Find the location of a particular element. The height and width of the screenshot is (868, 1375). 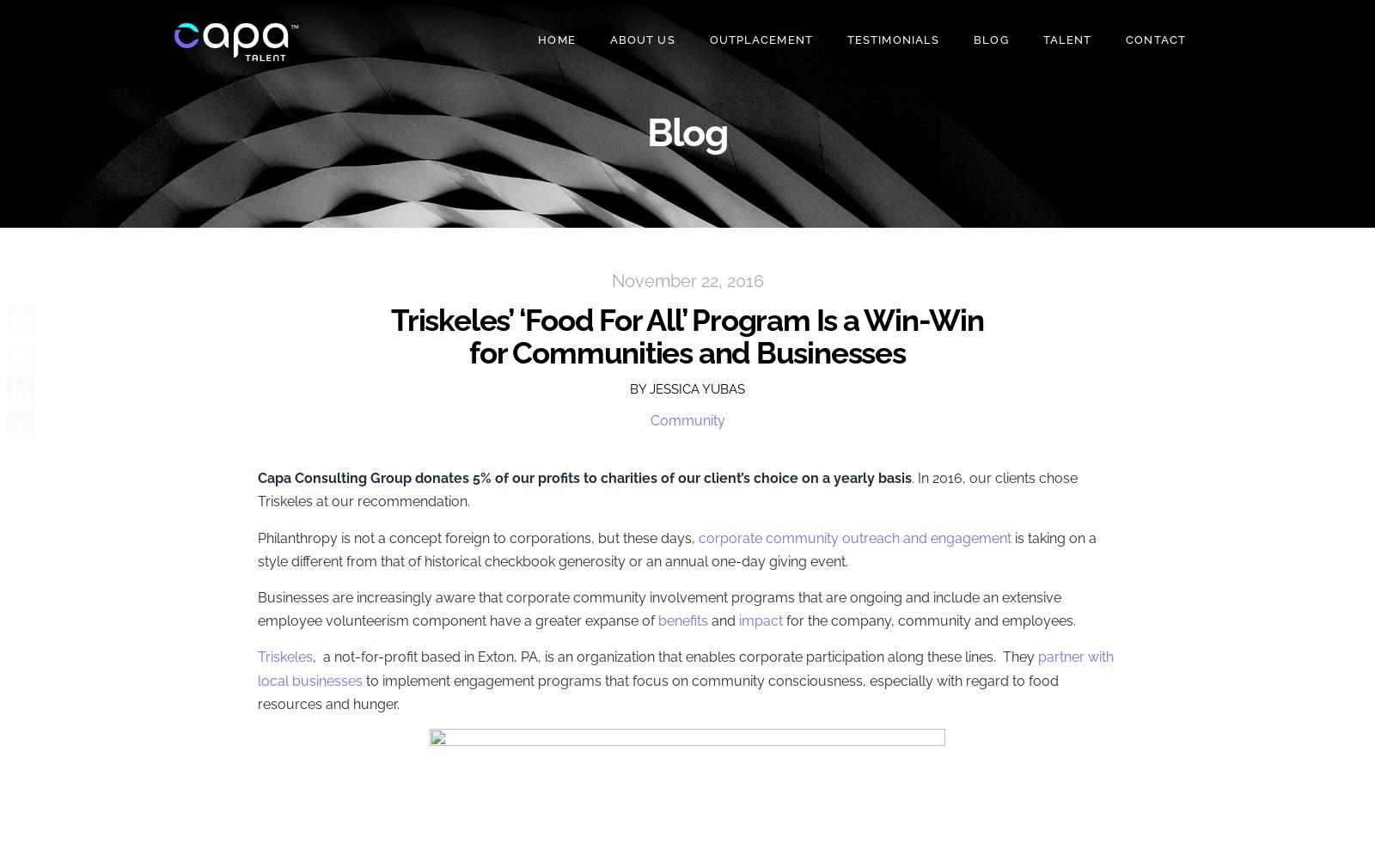

'Testimonials' is located at coordinates (893, 39).